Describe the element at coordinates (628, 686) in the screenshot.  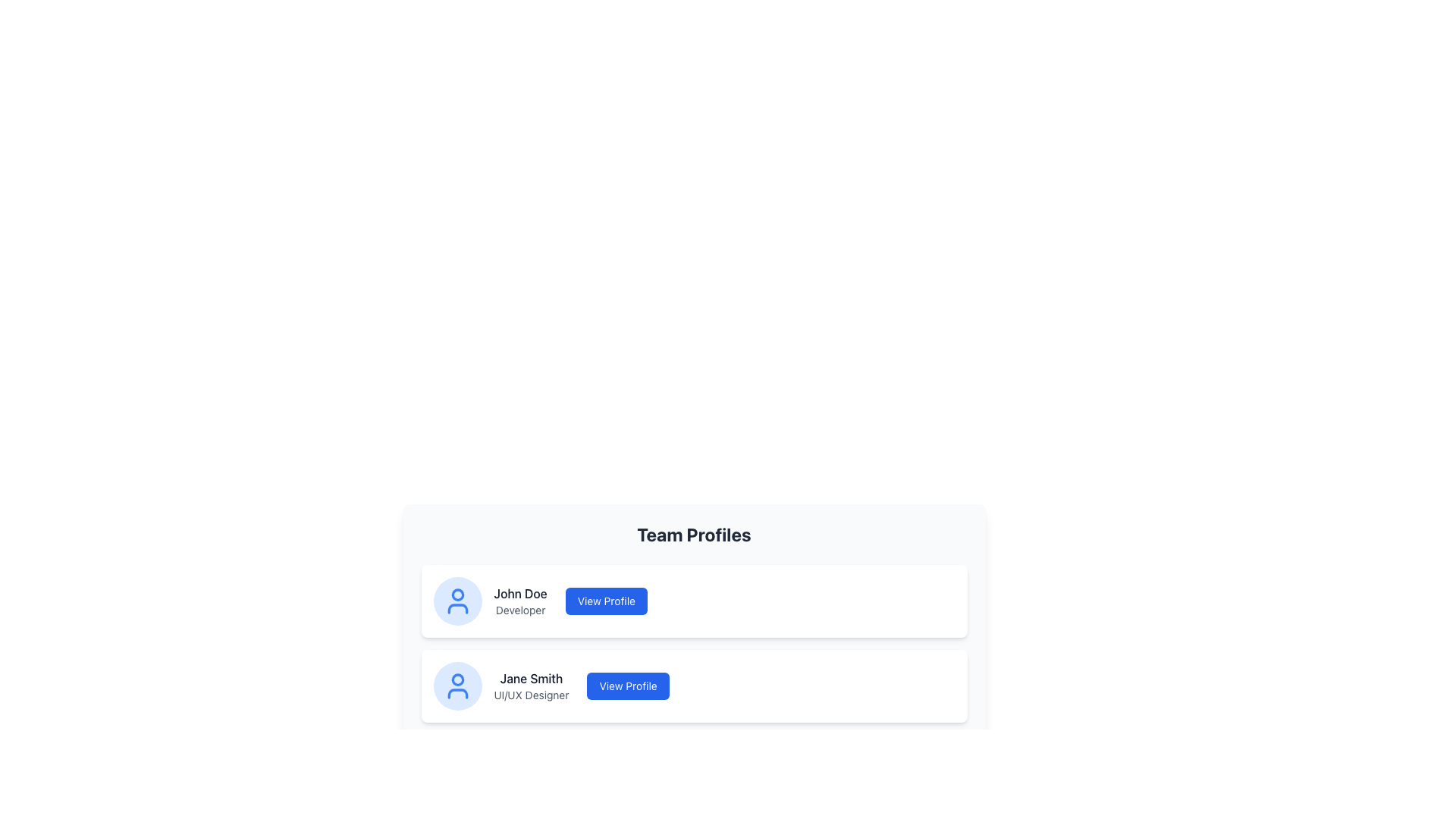
I see `the button that allows users` at that location.